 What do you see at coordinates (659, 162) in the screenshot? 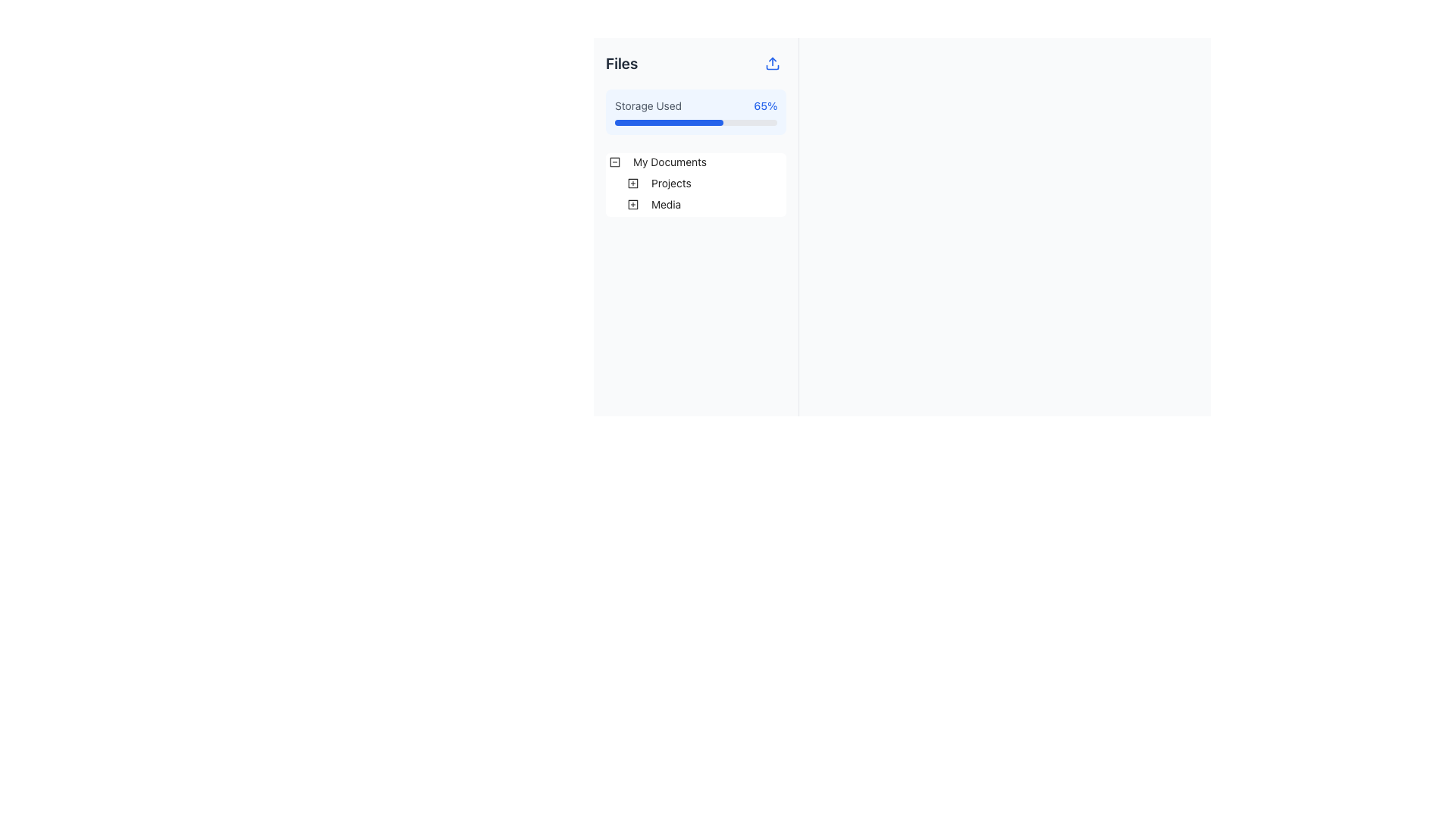
I see `the 'My Documents' folder entry in the tree structure` at bounding box center [659, 162].